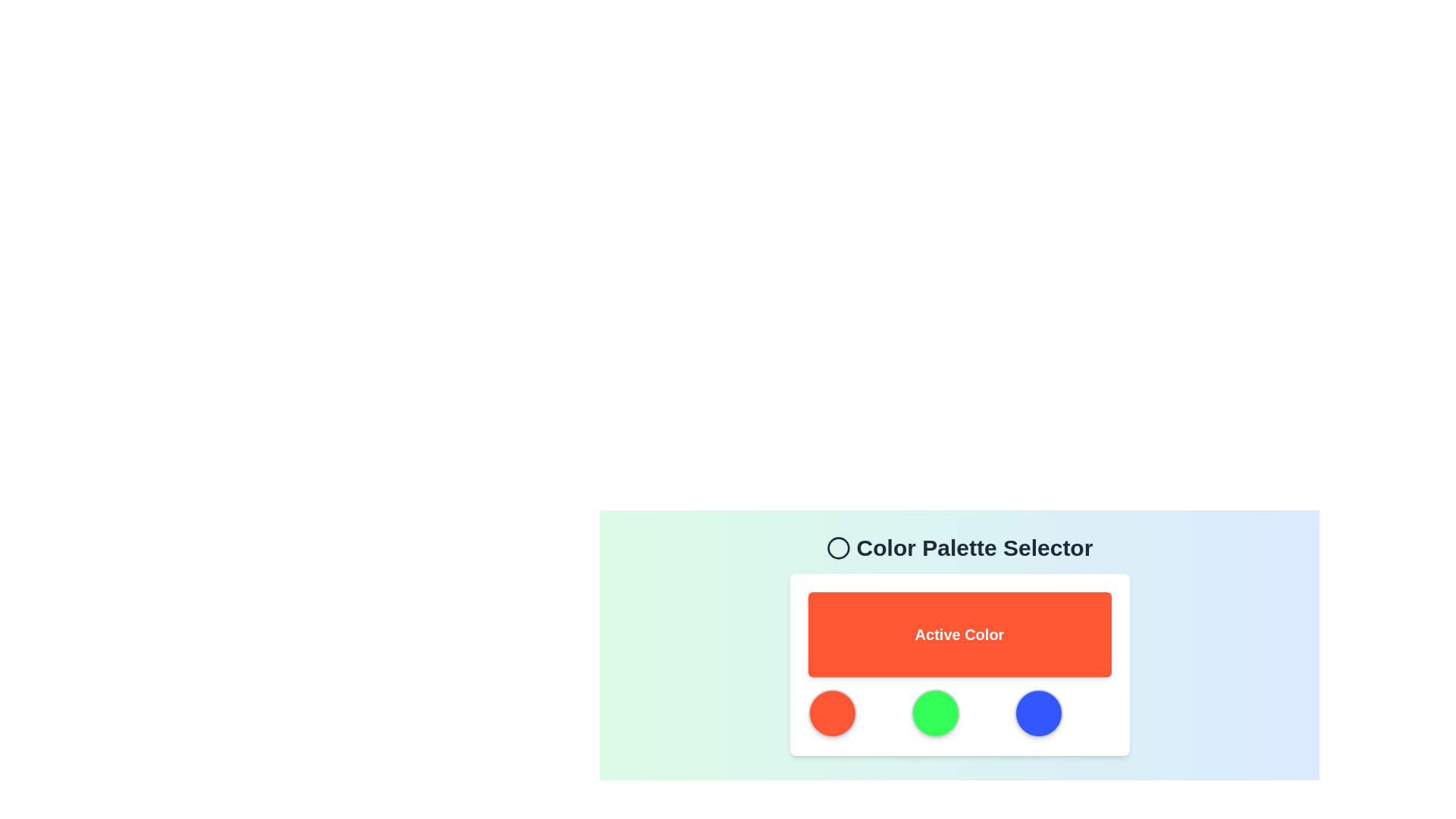 This screenshot has width=1456, height=819. I want to click on the red color selection button located on the bottom-left of three horizontally aligned buttons, so click(831, 714).